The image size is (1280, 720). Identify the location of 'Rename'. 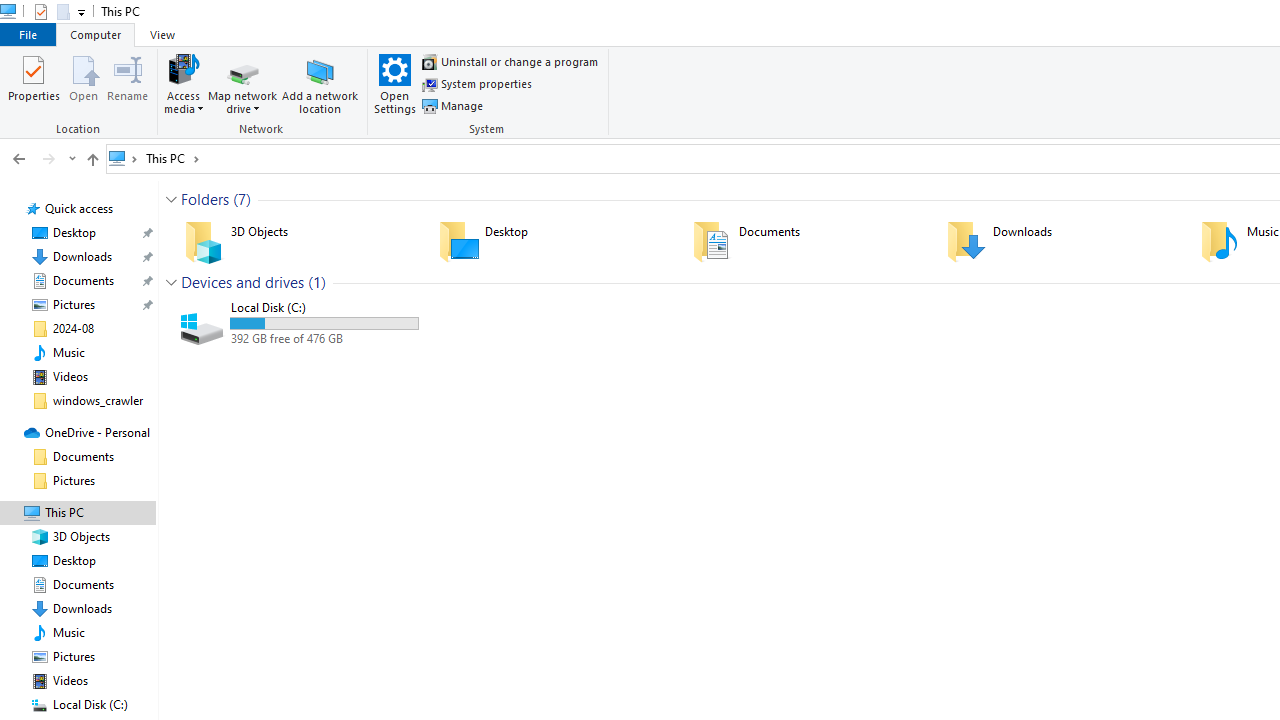
(127, 82).